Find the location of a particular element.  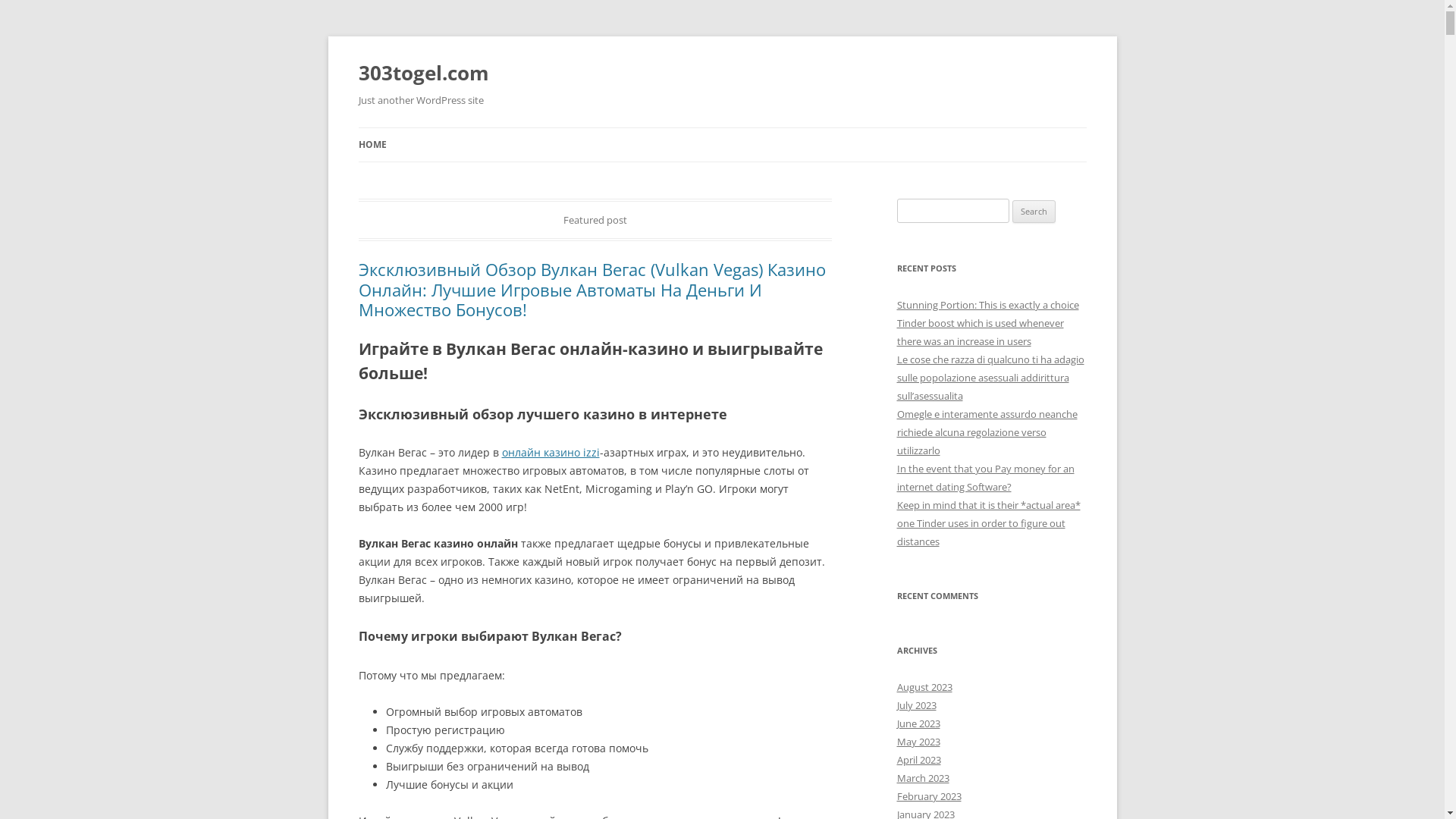

'February 2023' is located at coordinates (927, 795).